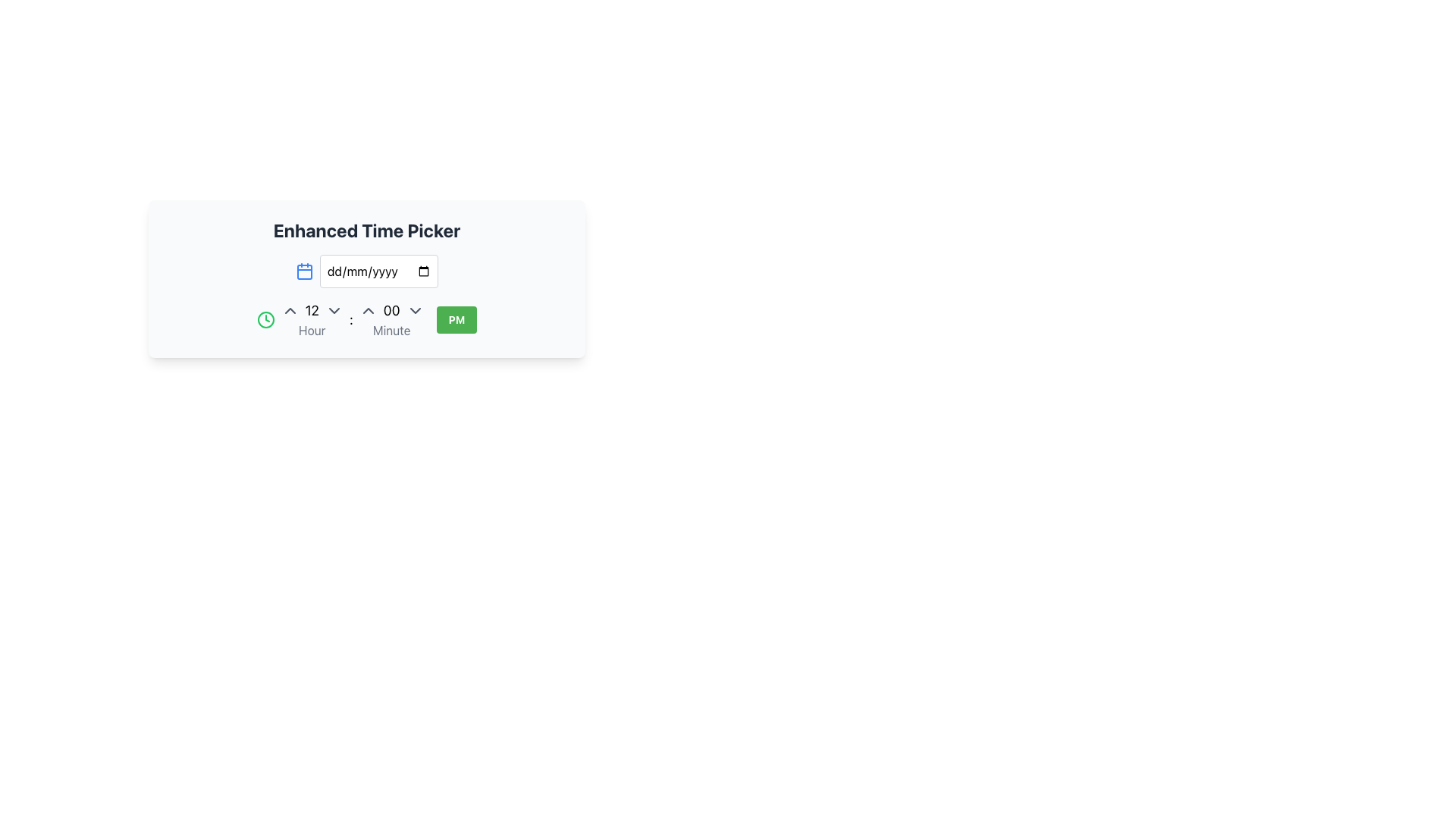 The height and width of the screenshot is (819, 1456). Describe the element at coordinates (367, 297) in the screenshot. I see `the minutes section of the Time Picker element located in the Enhanced Time Picker panel to change the minute value` at that location.